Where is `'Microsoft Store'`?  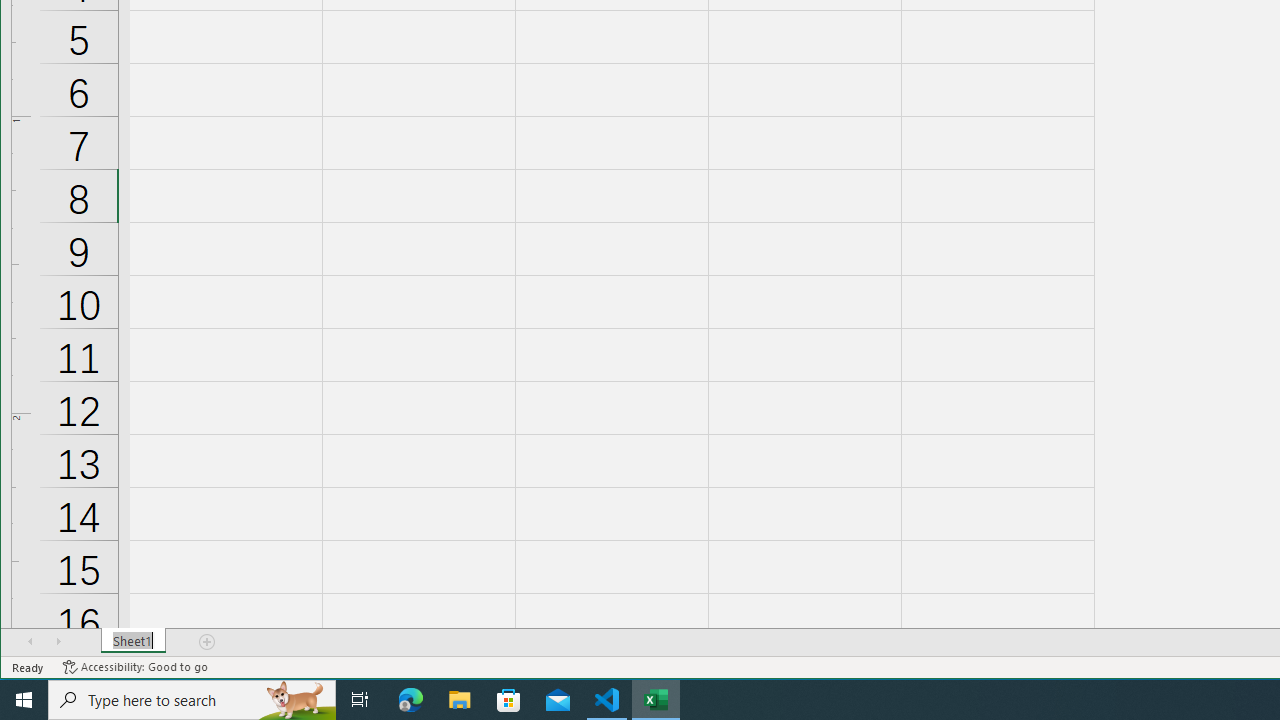 'Microsoft Store' is located at coordinates (509, 698).